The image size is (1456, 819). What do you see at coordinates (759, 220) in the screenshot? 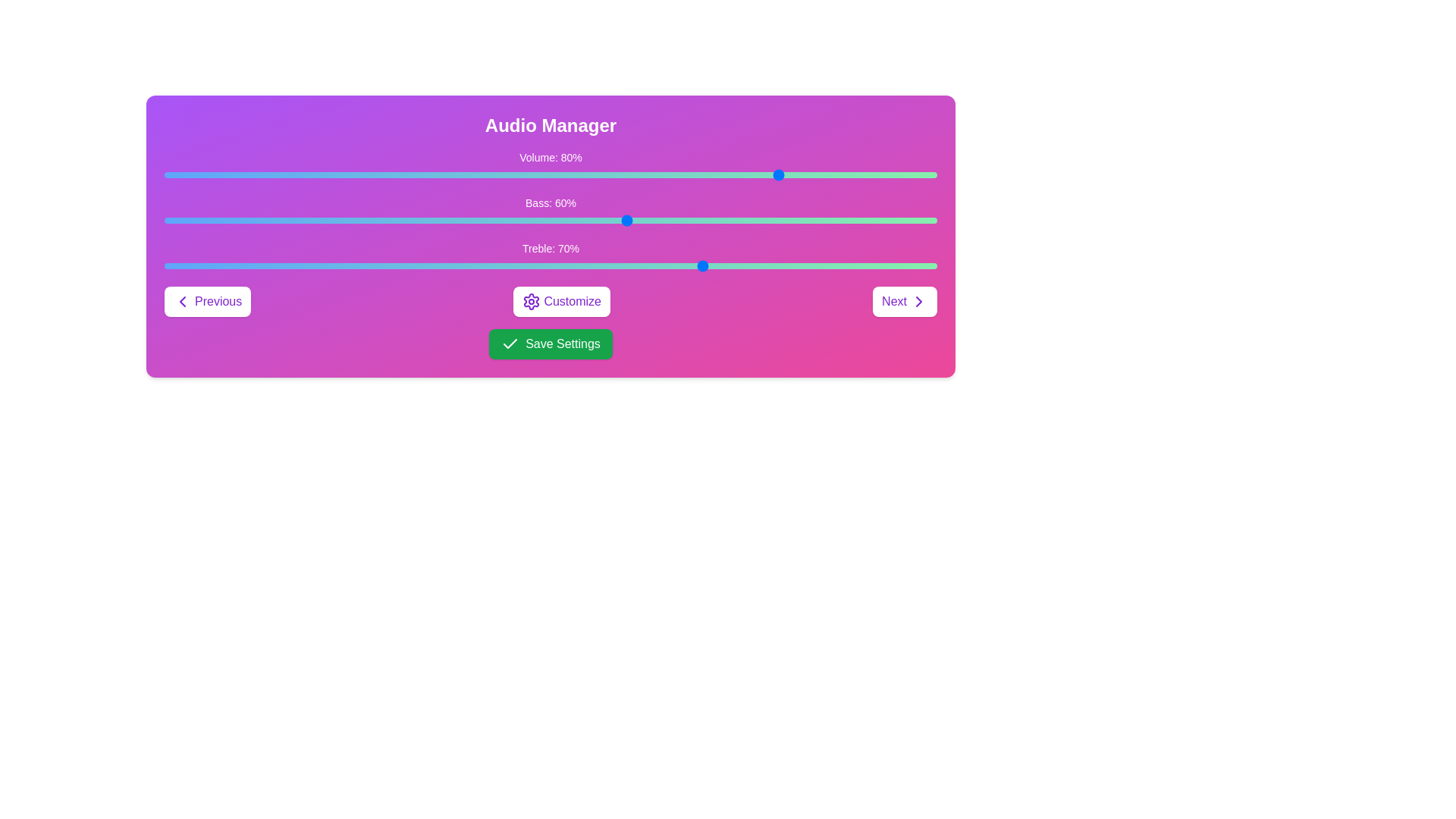
I see `the bass level` at bounding box center [759, 220].